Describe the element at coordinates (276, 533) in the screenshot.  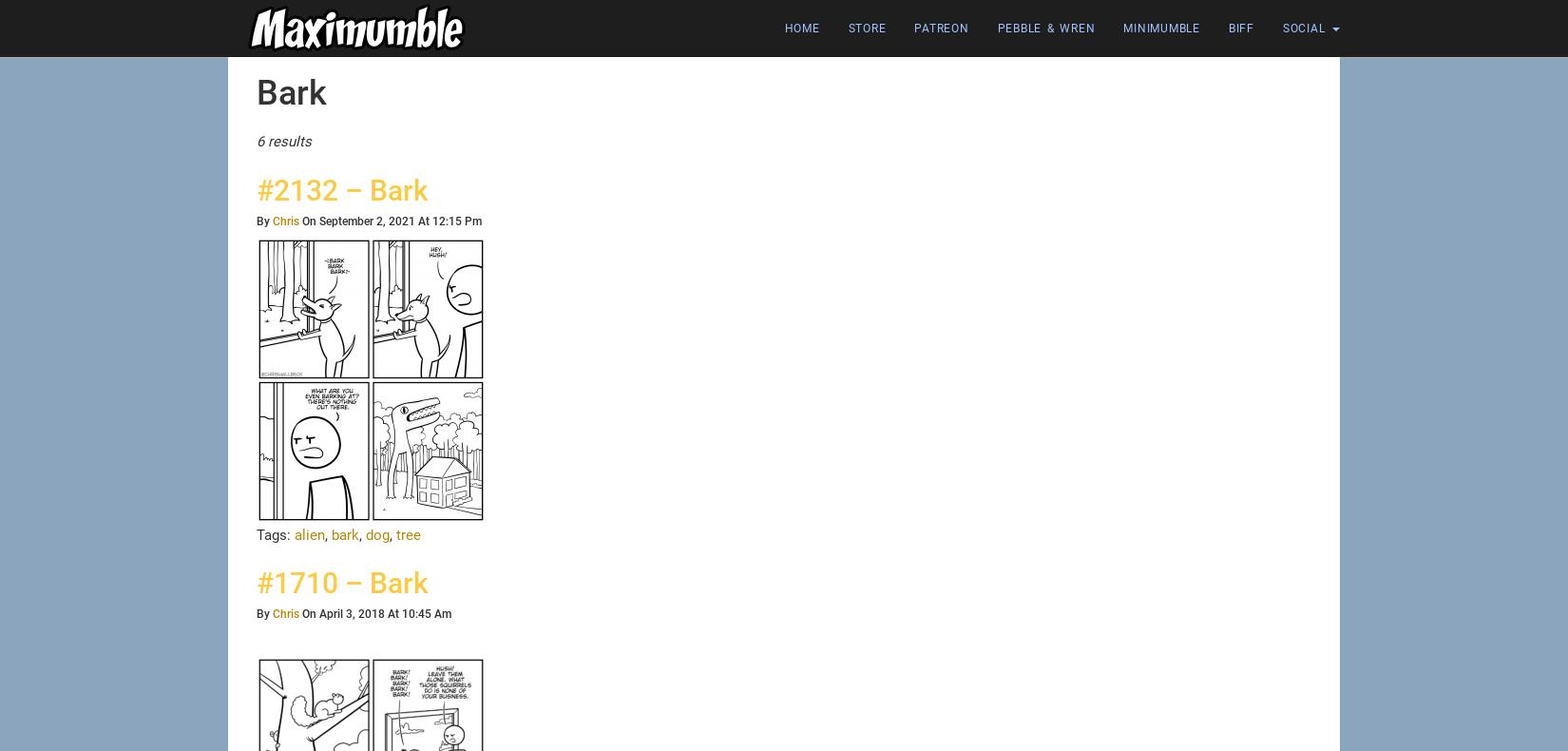
I see `'Tags:'` at that location.